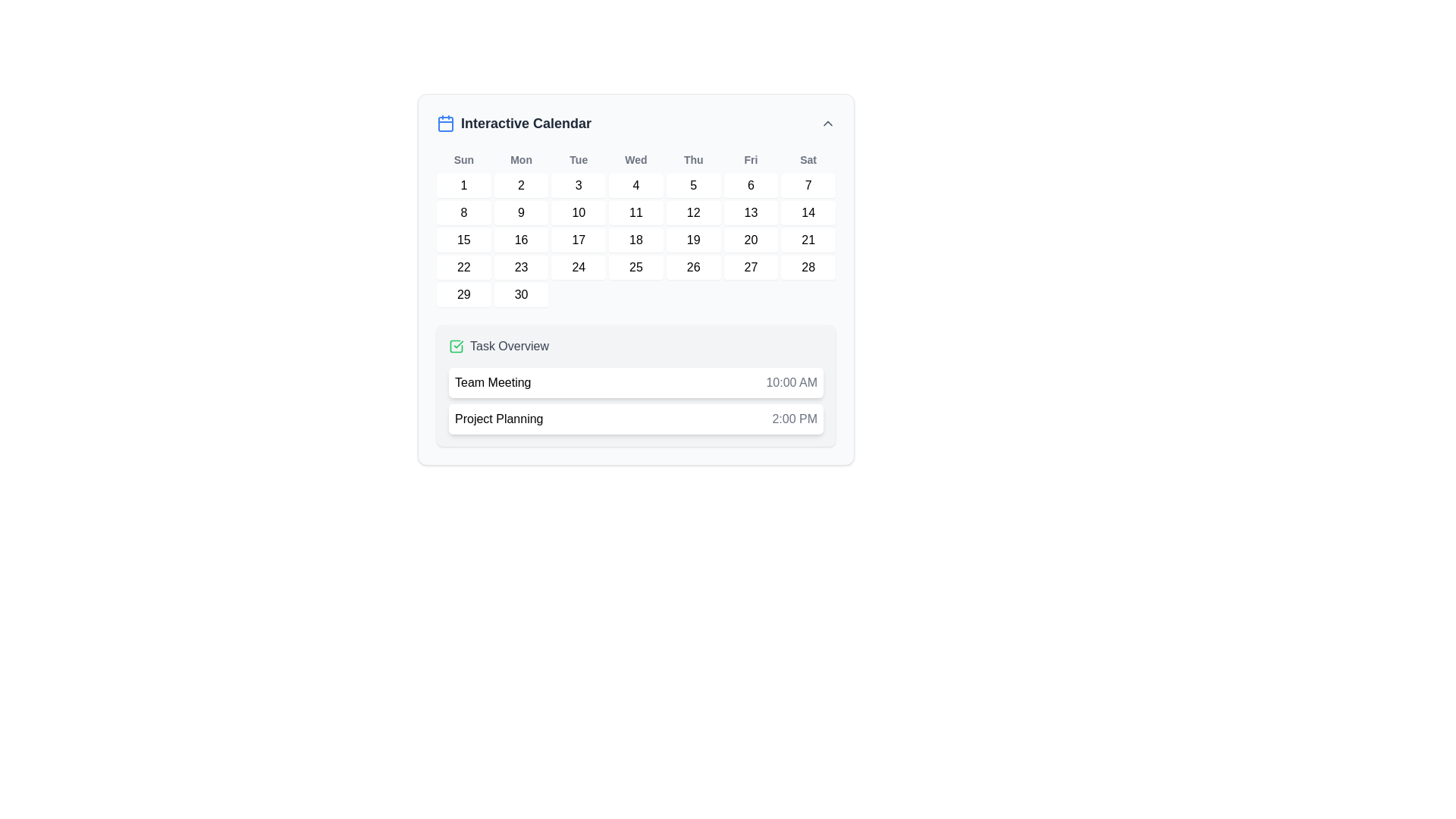 The width and height of the screenshot is (1456, 819). Describe the element at coordinates (463, 213) in the screenshot. I see `the rounded rectangular button with a white background and the number '8'` at that location.